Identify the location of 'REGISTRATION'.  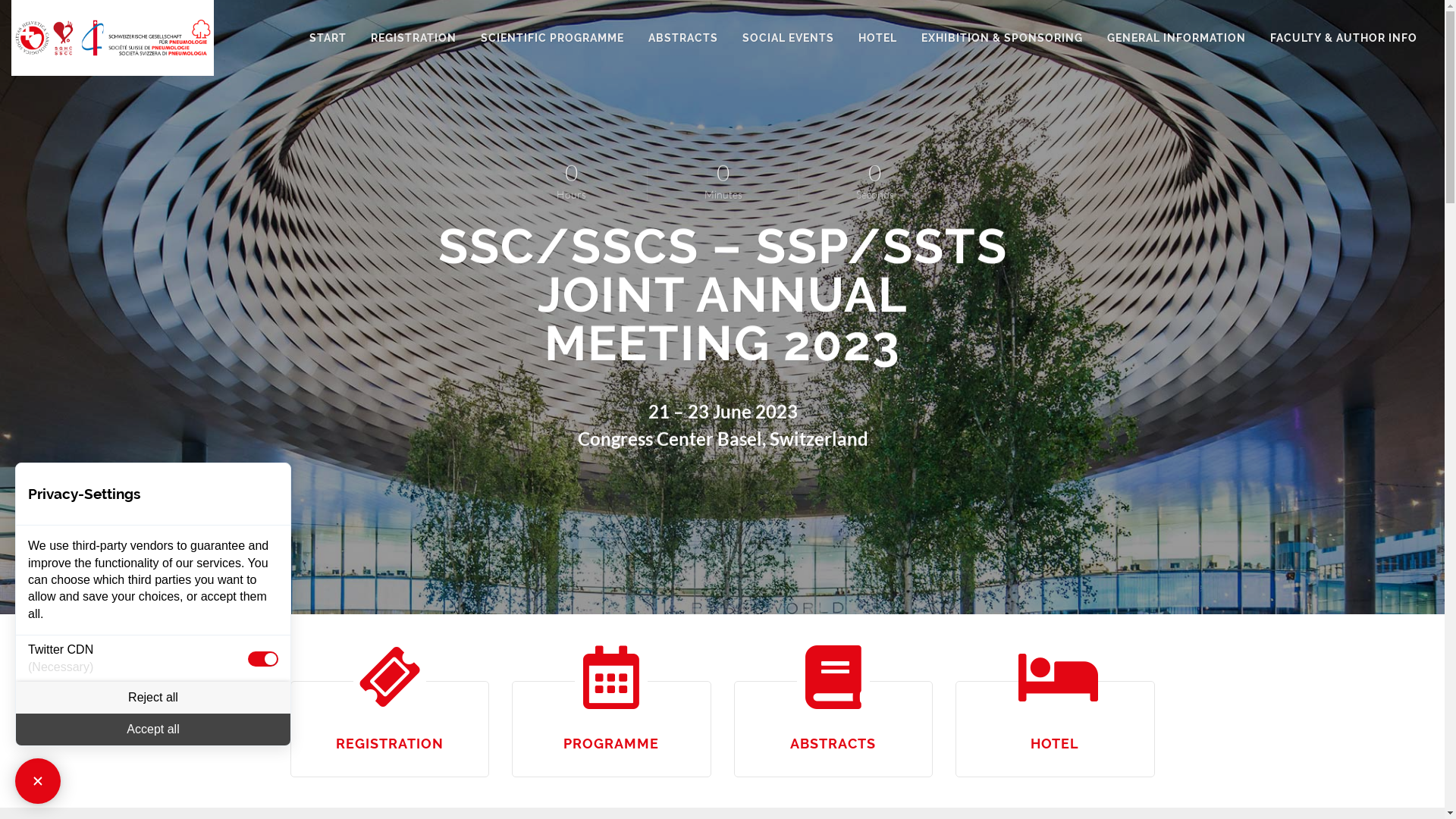
(389, 742).